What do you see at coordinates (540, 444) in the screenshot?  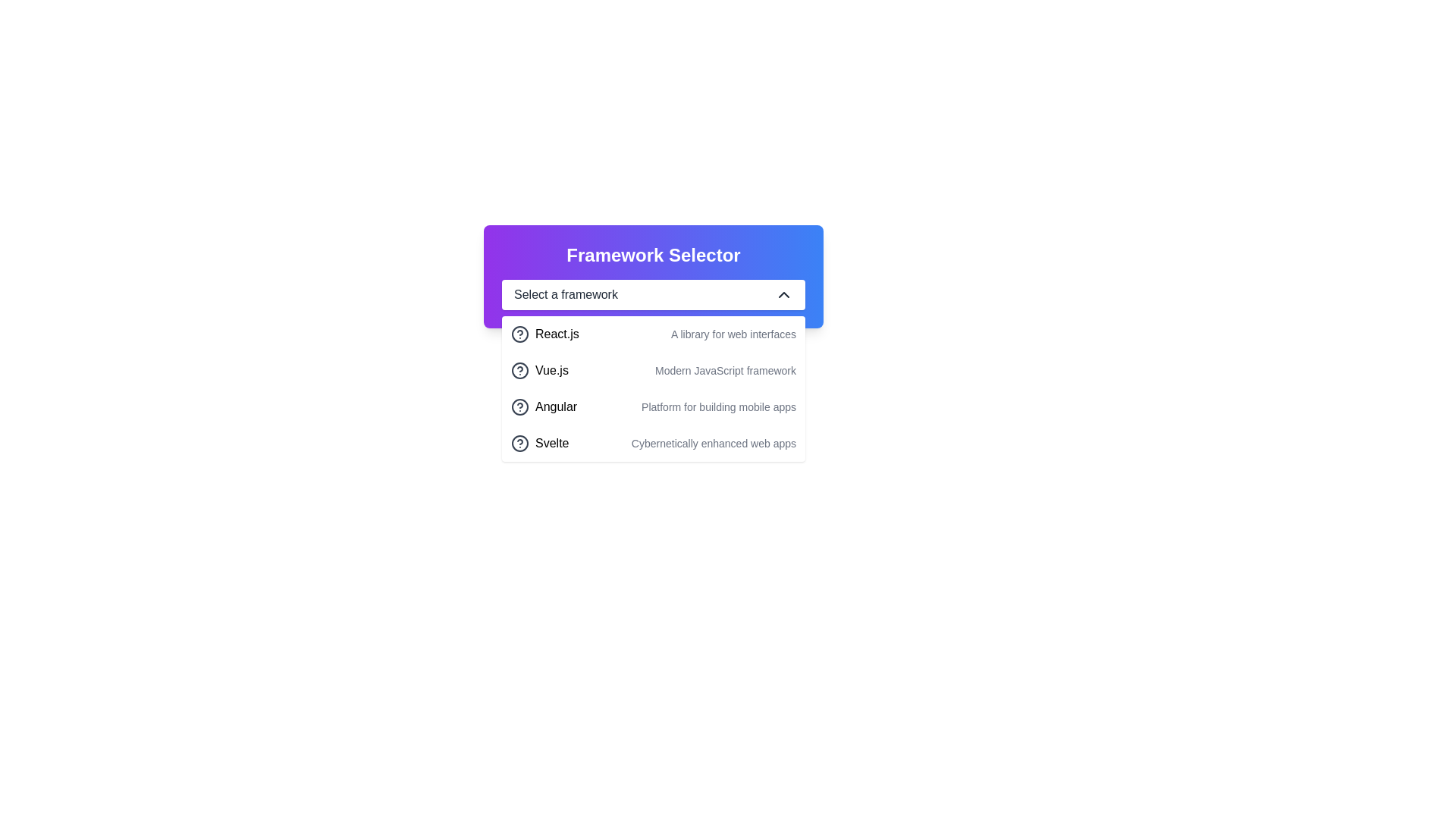 I see `the 'Svelte' option within the fourth item of the dropdown menu under the 'Framework Selector' header` at bounding box center [540, 444].